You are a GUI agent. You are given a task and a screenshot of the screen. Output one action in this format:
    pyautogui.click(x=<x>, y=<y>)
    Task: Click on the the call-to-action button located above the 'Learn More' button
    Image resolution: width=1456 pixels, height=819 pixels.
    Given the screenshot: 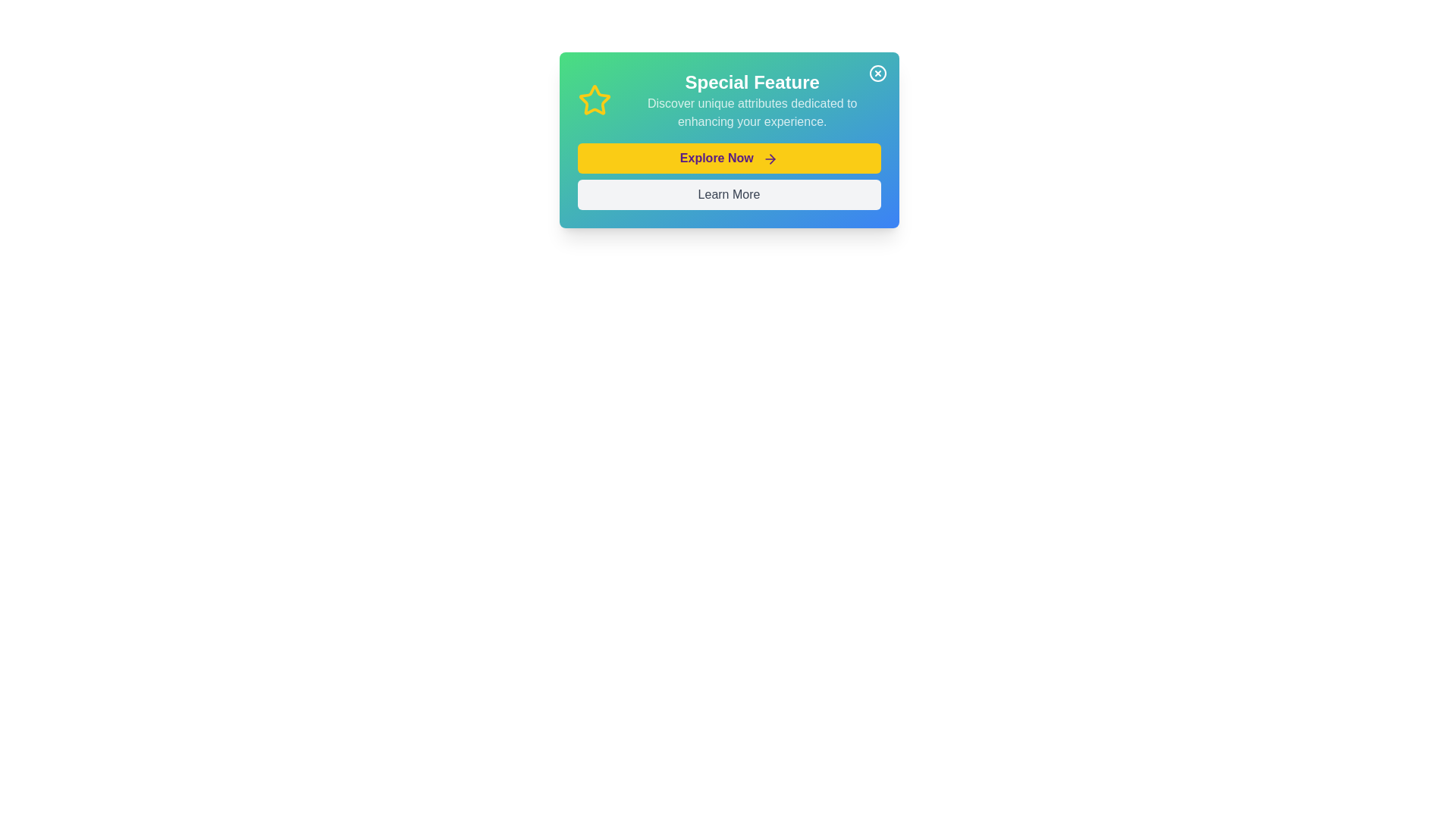 What is the action you would take?
    pyautogui.click(x=729, y=158)
    